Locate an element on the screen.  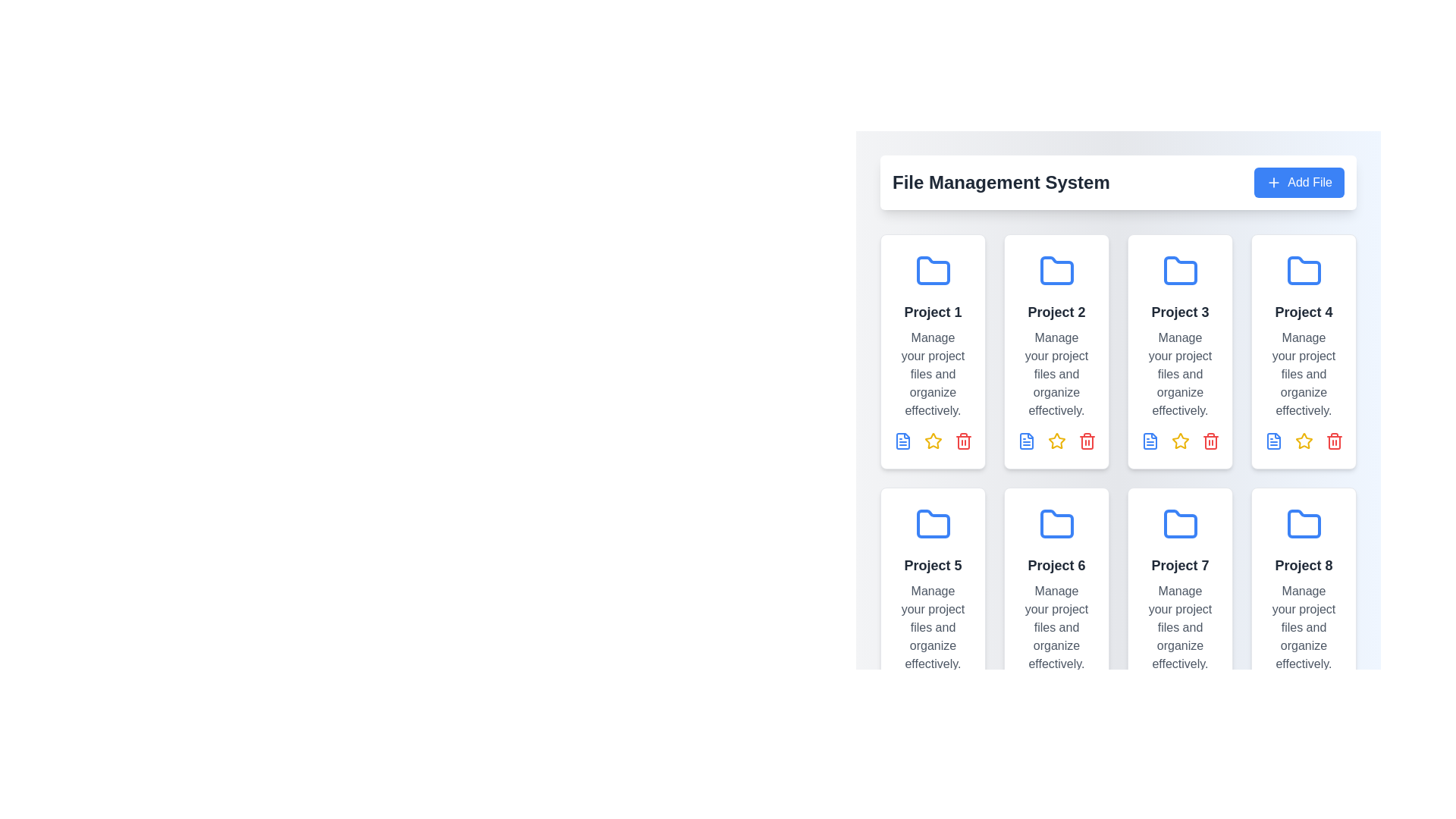
the SVG-based clickable icon located in the bottom-right corner of the card labeled 'Project 6' is located at coordinates (962, 442).